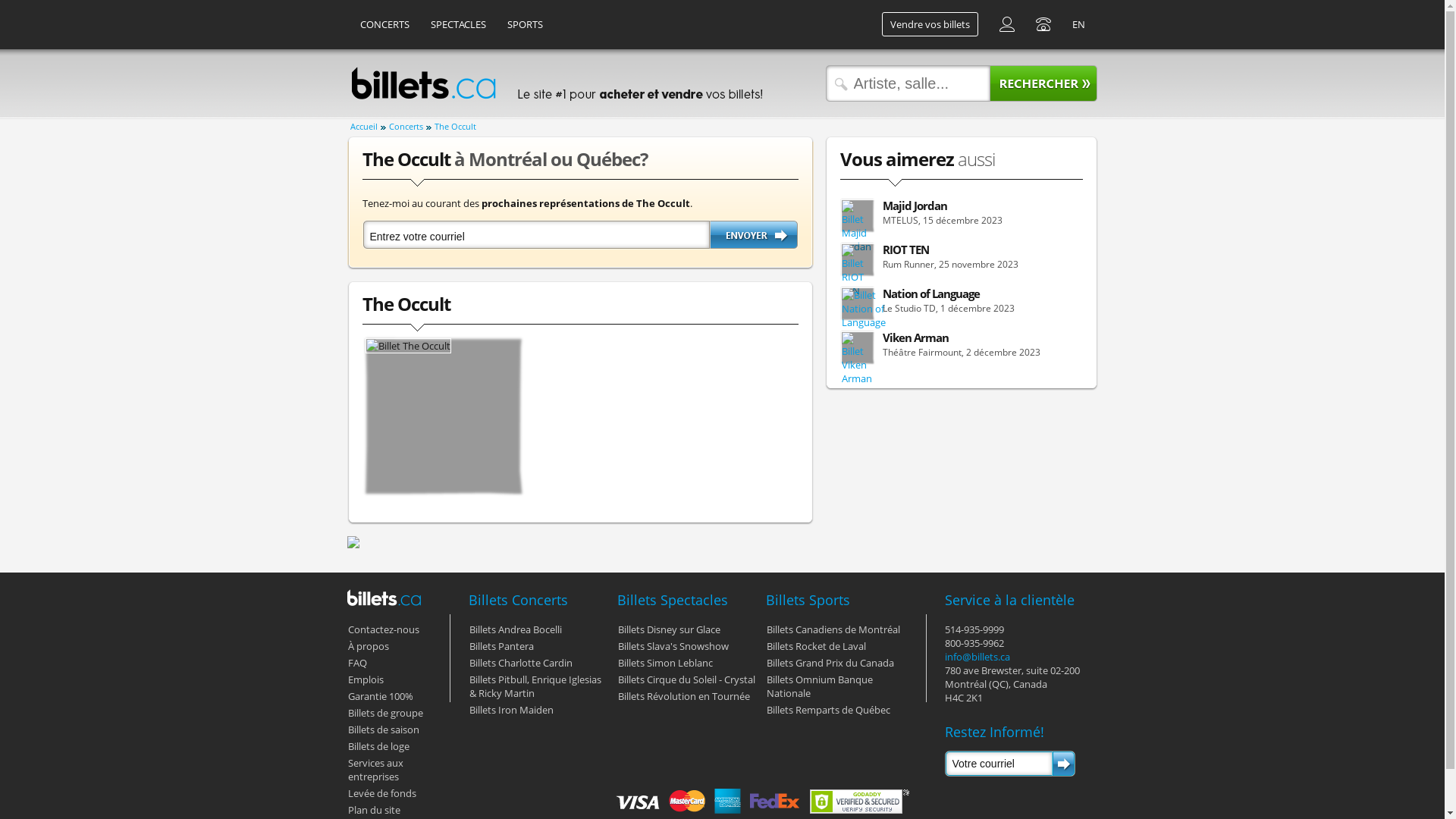 Image resolution: width=1456 pixels, height=819 pixels. Describe the element at coordinates (928, 24) in the screenshot. I see `'Vendre vos billets'` at that location.